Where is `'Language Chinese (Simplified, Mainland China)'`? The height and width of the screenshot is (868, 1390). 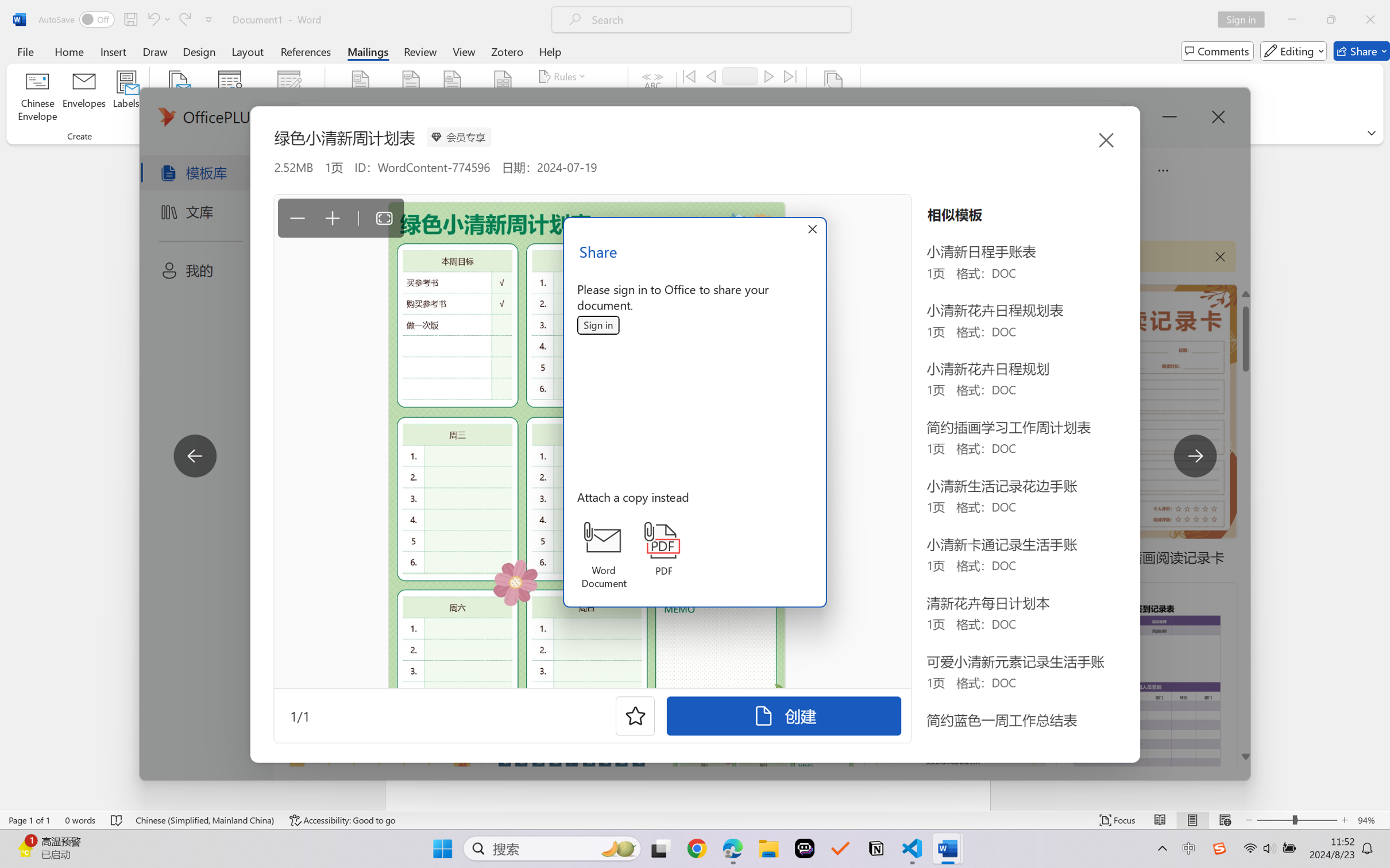
'Language Chinese (Simplified, Mainland China)' is located at coordinates (204, 820).